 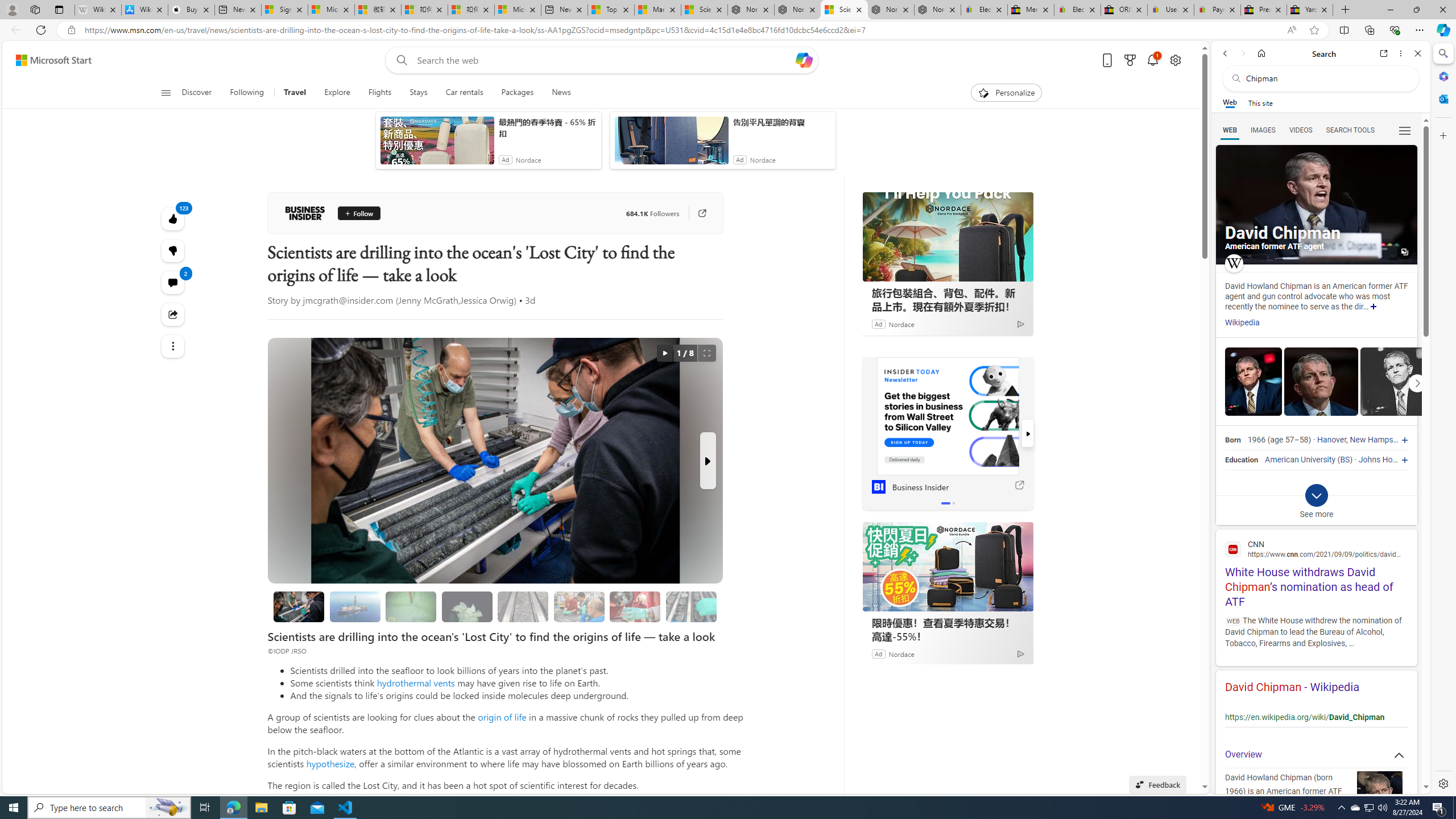 I want to click on 'Looking for evidence of oxygen-free life', so click(x=578, y=606).